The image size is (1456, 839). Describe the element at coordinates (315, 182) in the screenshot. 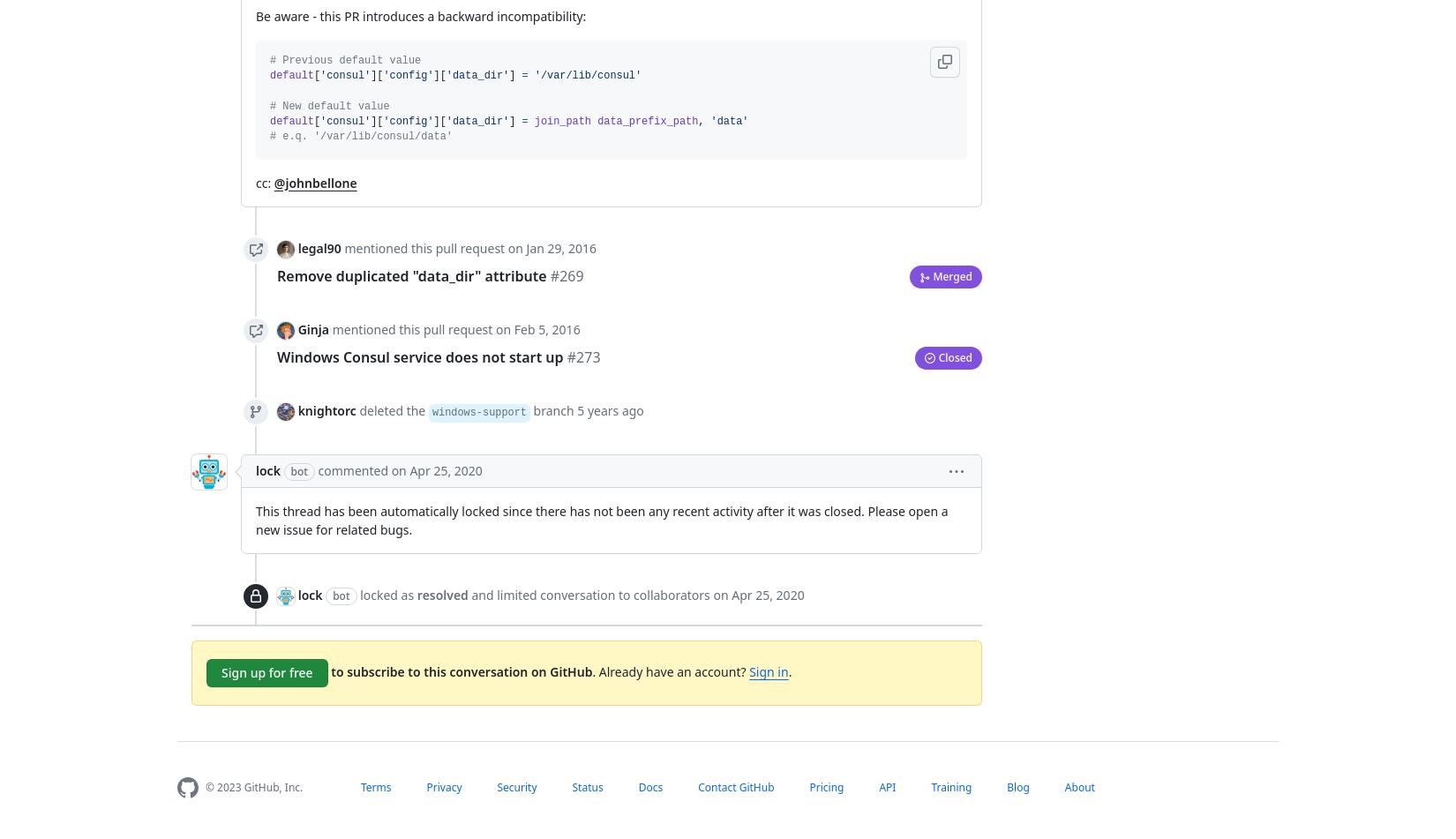

I see `'@johnbellone'` at that location.